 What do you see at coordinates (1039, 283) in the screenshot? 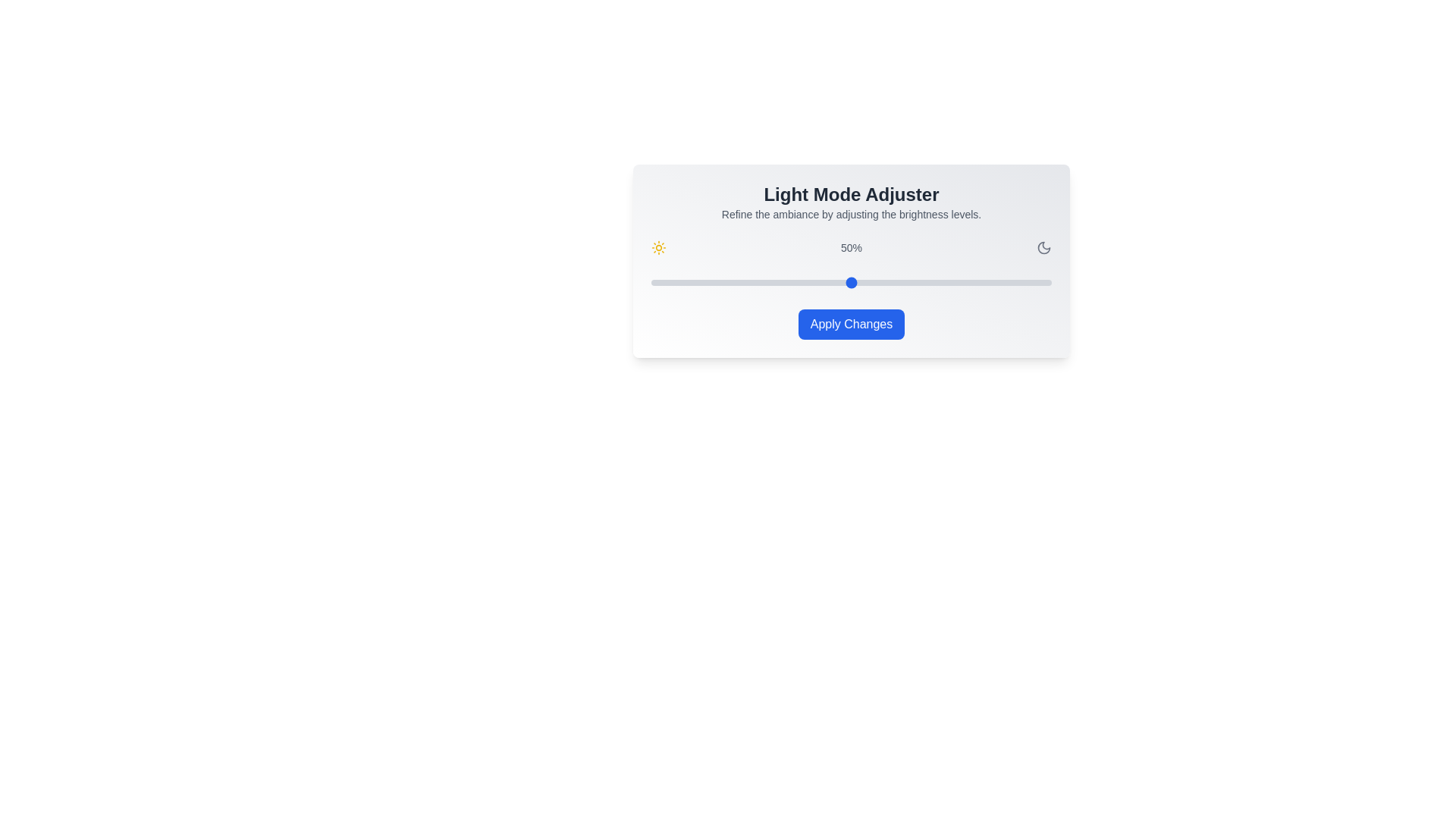
I see `the brightness slider to 97%` at bounding box center [1039, 283].